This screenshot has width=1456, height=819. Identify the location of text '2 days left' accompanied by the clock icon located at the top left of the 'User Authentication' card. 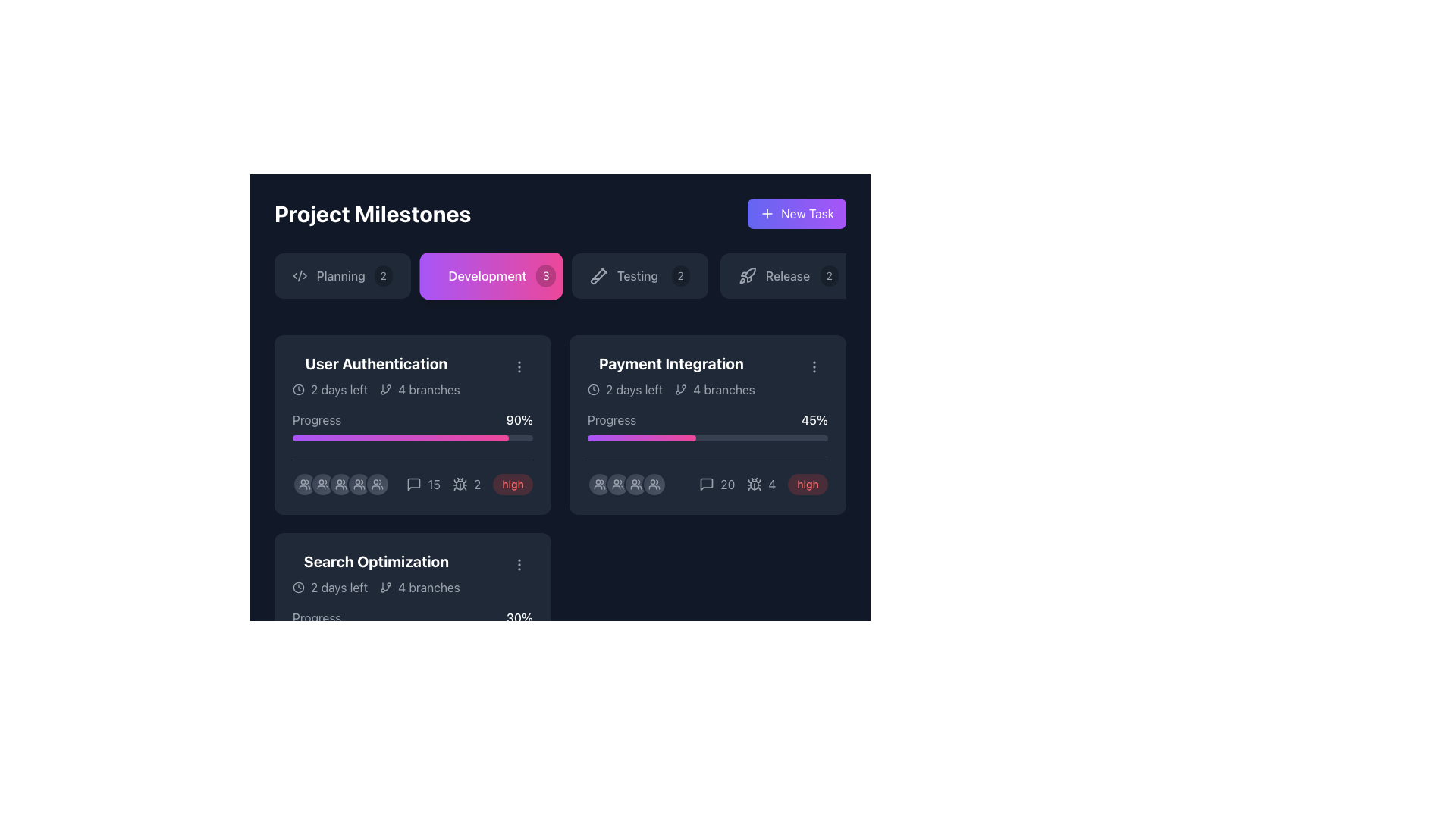
(329, 388).